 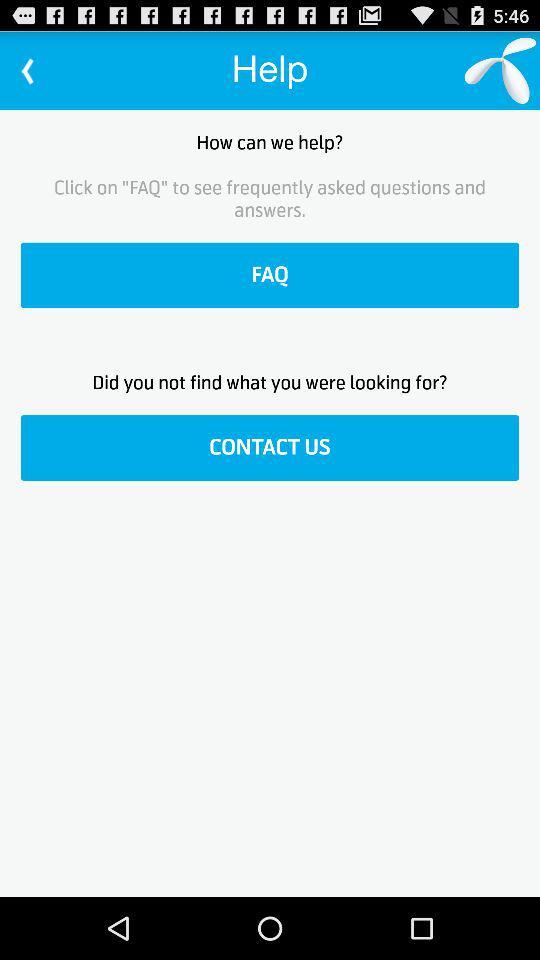 I want to click on the icon below did you not, so click(x=270, y=447).